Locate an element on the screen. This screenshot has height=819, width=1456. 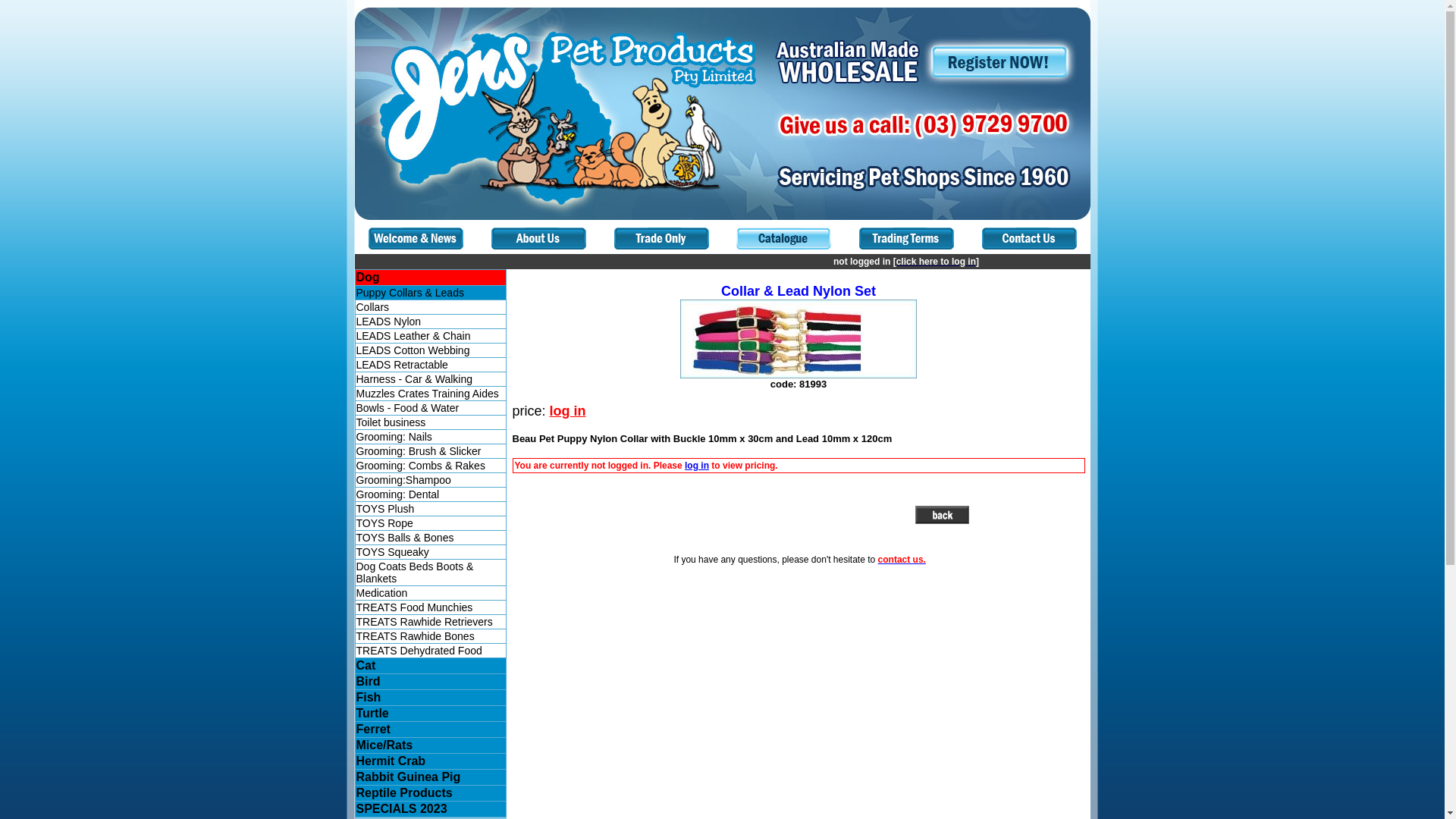
'Harness - Car & Walking' is located at coordinates (415, 378).